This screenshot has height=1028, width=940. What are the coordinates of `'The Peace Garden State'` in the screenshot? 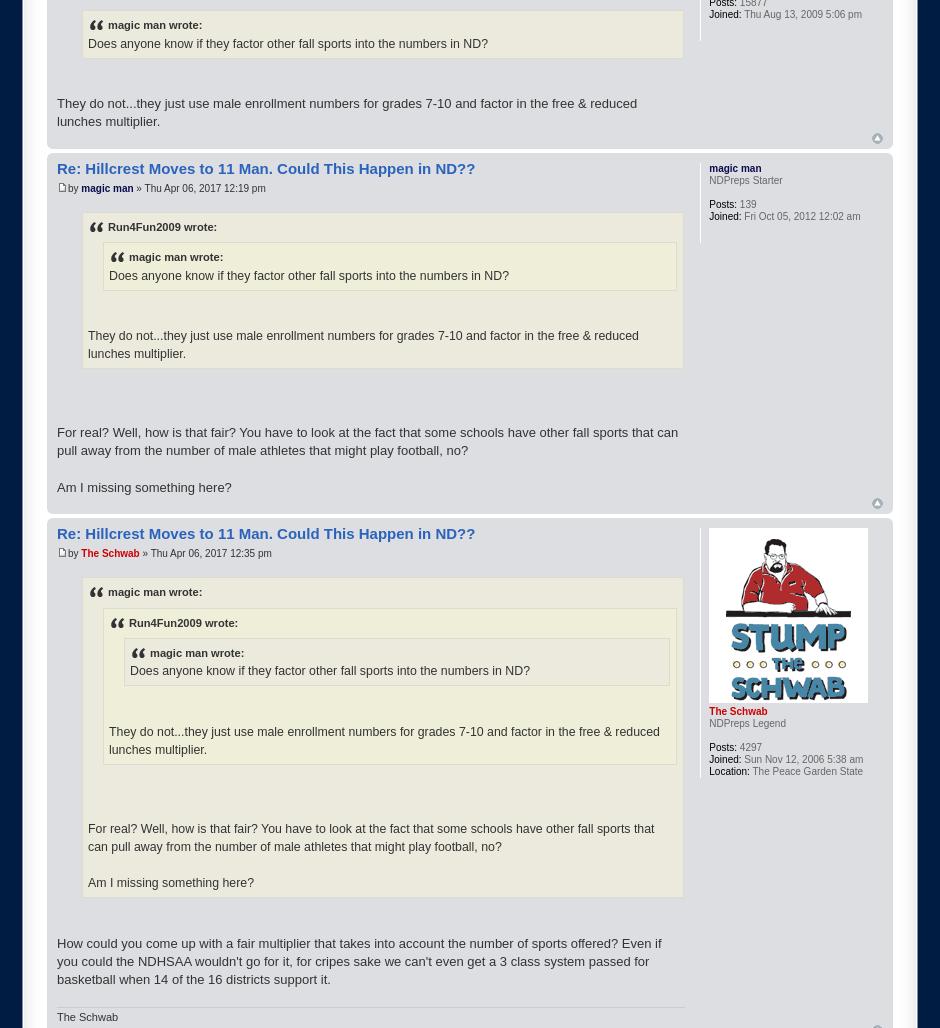 It's located at (805, 769).